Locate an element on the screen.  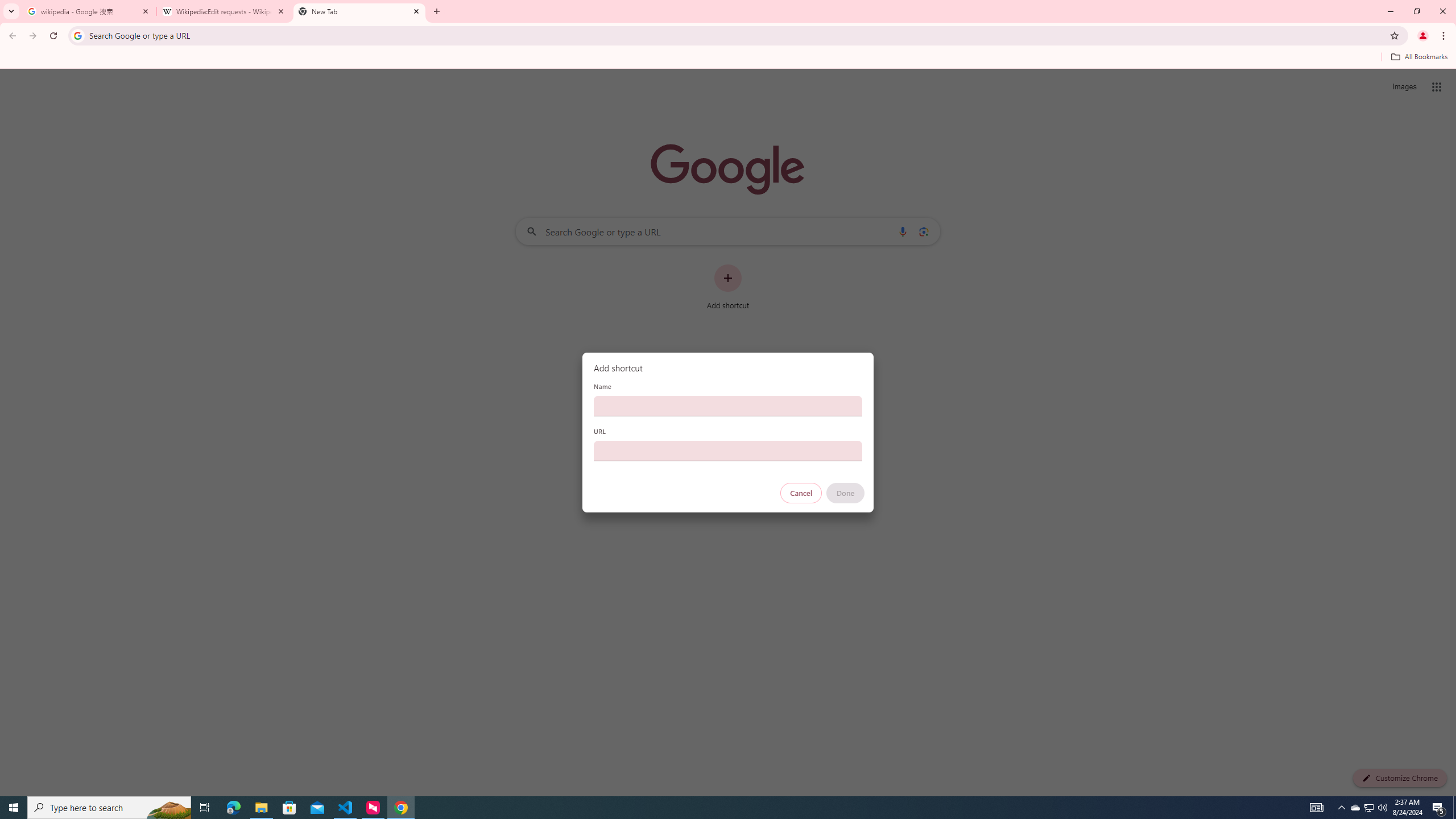
'Forward' is located at coordinates (32, 35).